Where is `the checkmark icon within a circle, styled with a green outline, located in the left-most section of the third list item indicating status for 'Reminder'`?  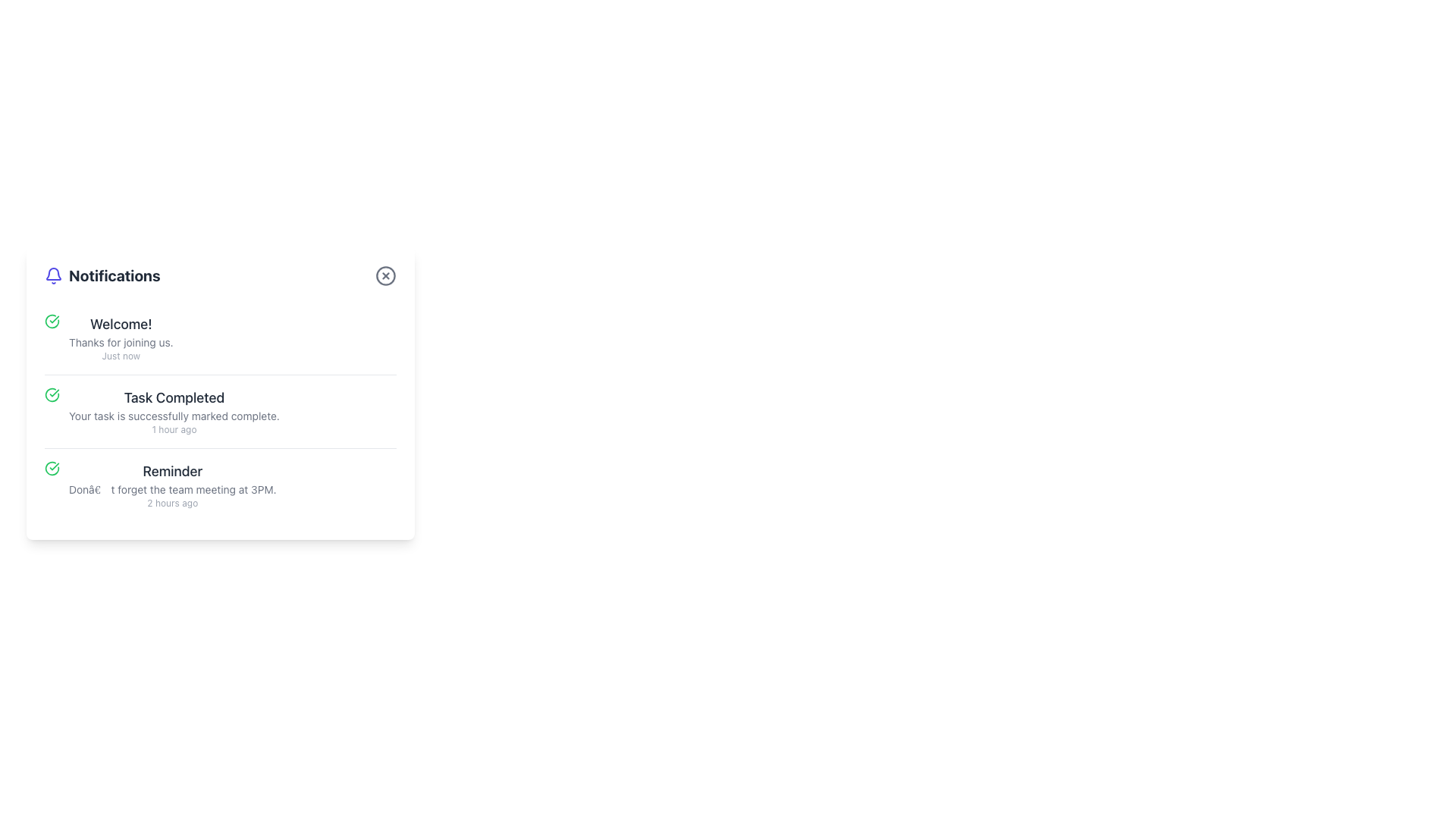
the checkmark icon within a circle, styled with a green outline, located in the left-most section of the third list item indicating status for 'Reminder' is located at coordinates (52, 467).